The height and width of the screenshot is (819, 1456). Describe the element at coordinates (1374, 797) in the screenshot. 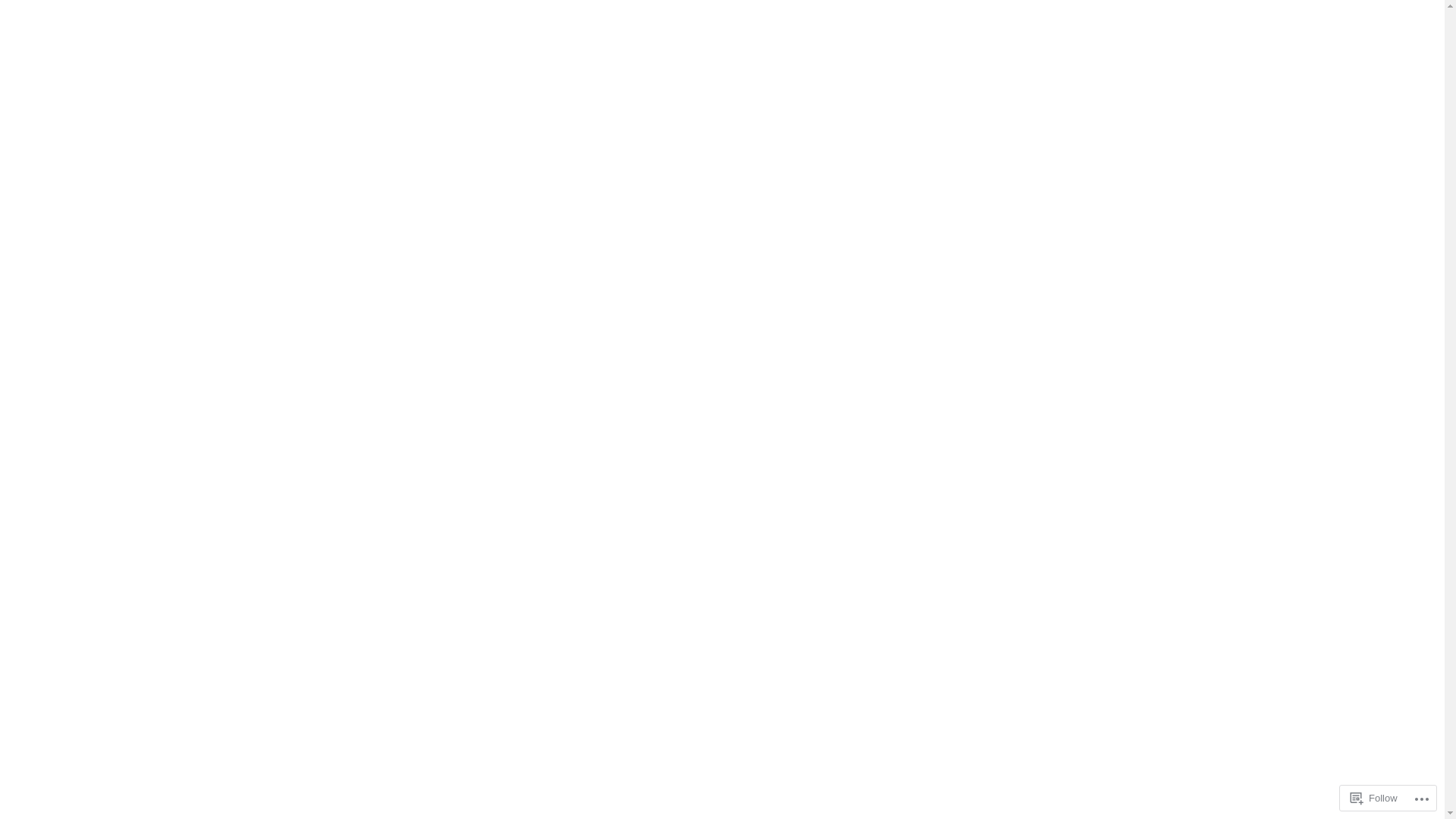

I see `'Follow'` at that location.